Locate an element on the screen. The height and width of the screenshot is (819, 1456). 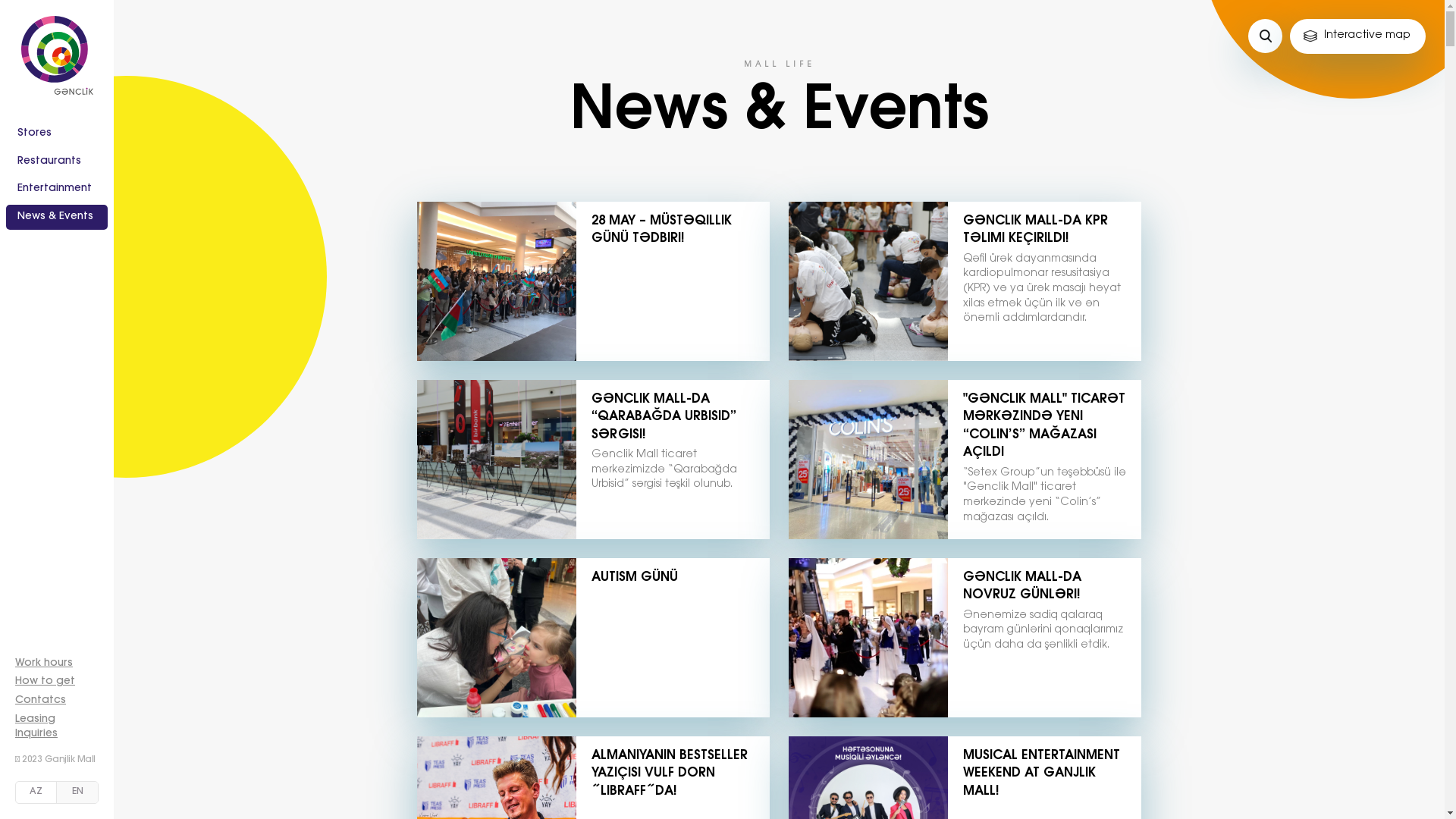
'Work hours' is located at coordinates (43, 663).